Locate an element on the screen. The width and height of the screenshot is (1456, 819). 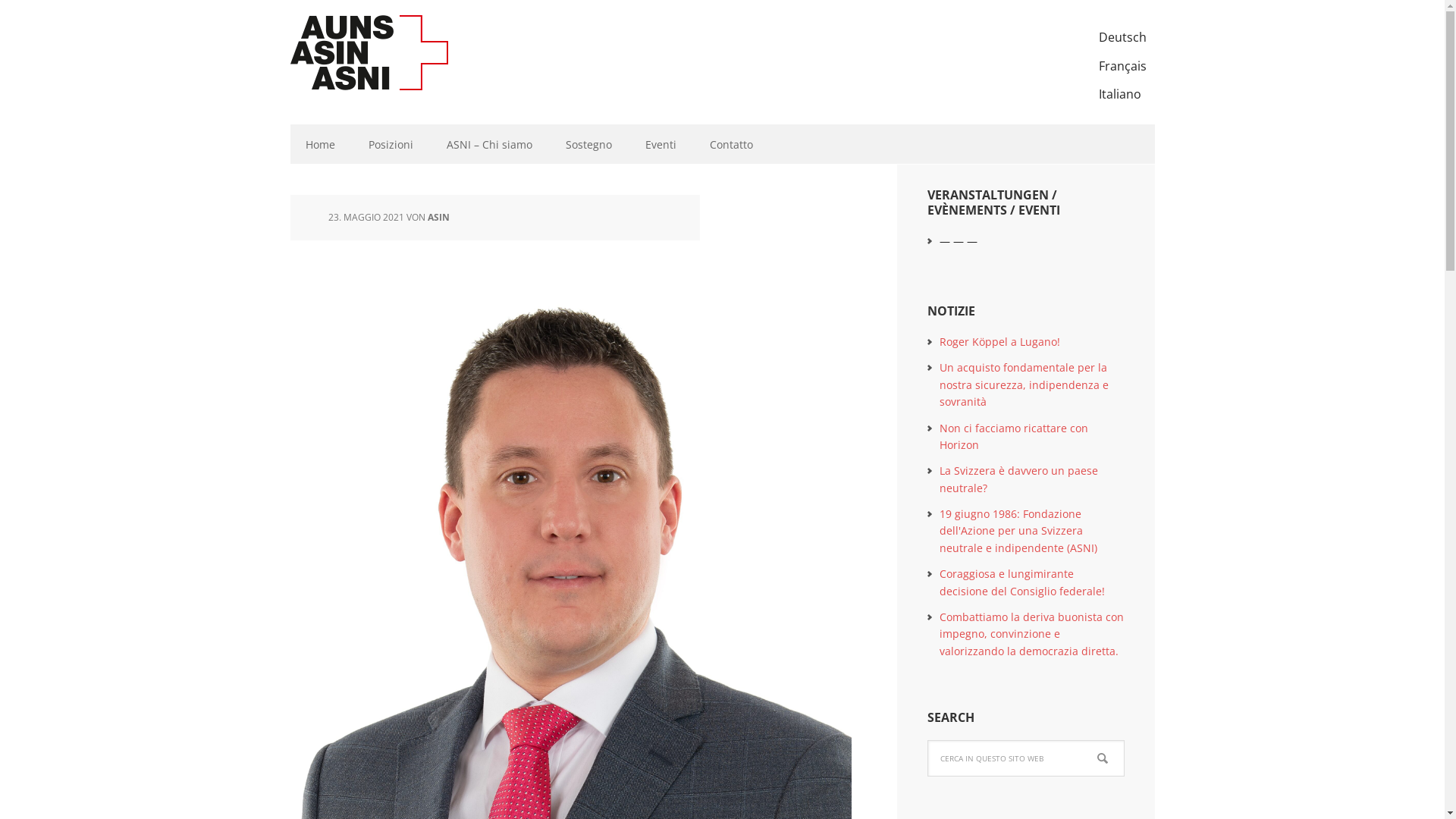
'Non ci facciamo ricattare con Horizon' is located at coordinates (1012, 435).